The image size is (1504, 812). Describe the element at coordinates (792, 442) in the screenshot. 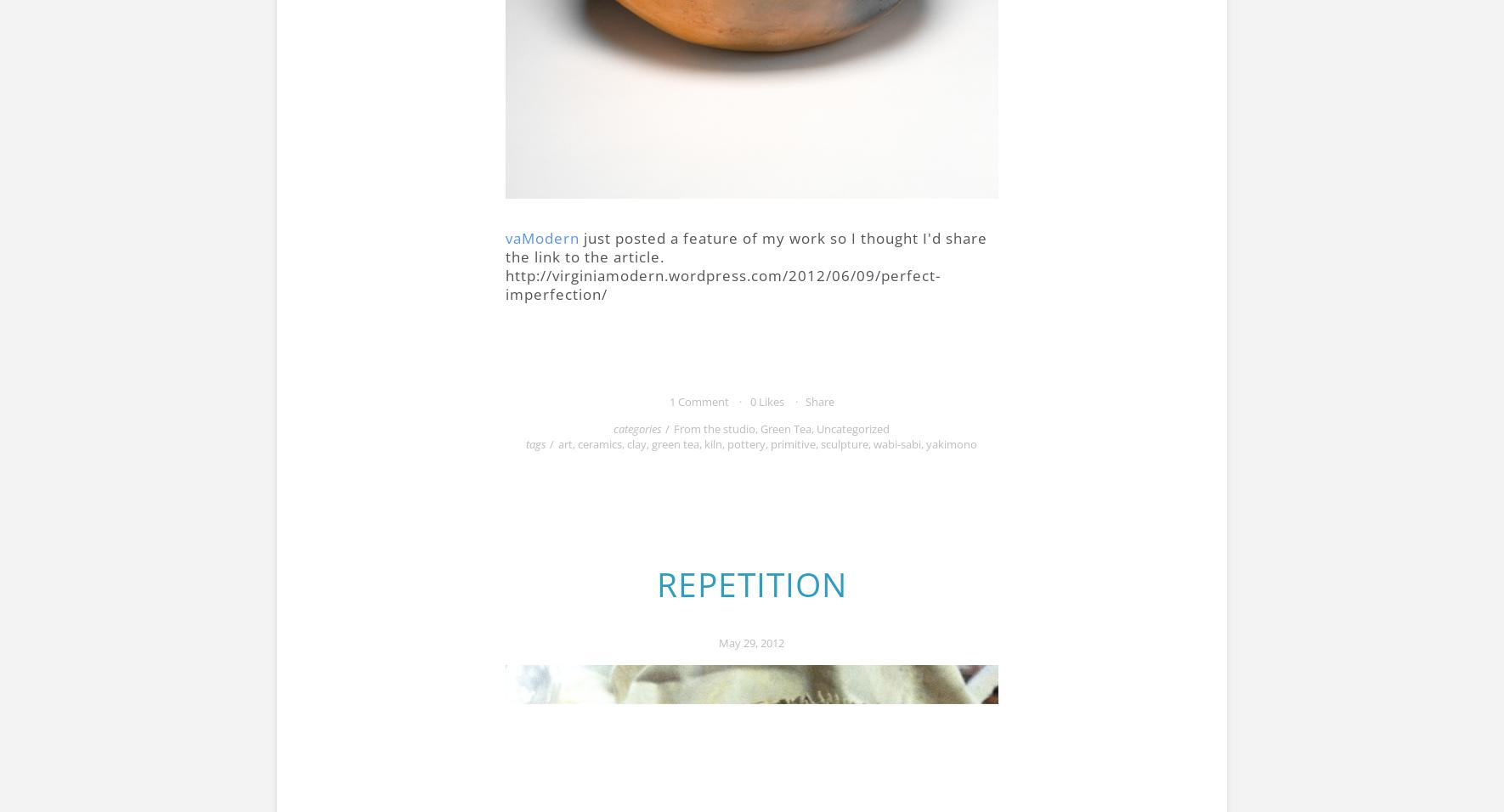

I see `'primitive'` at that location.